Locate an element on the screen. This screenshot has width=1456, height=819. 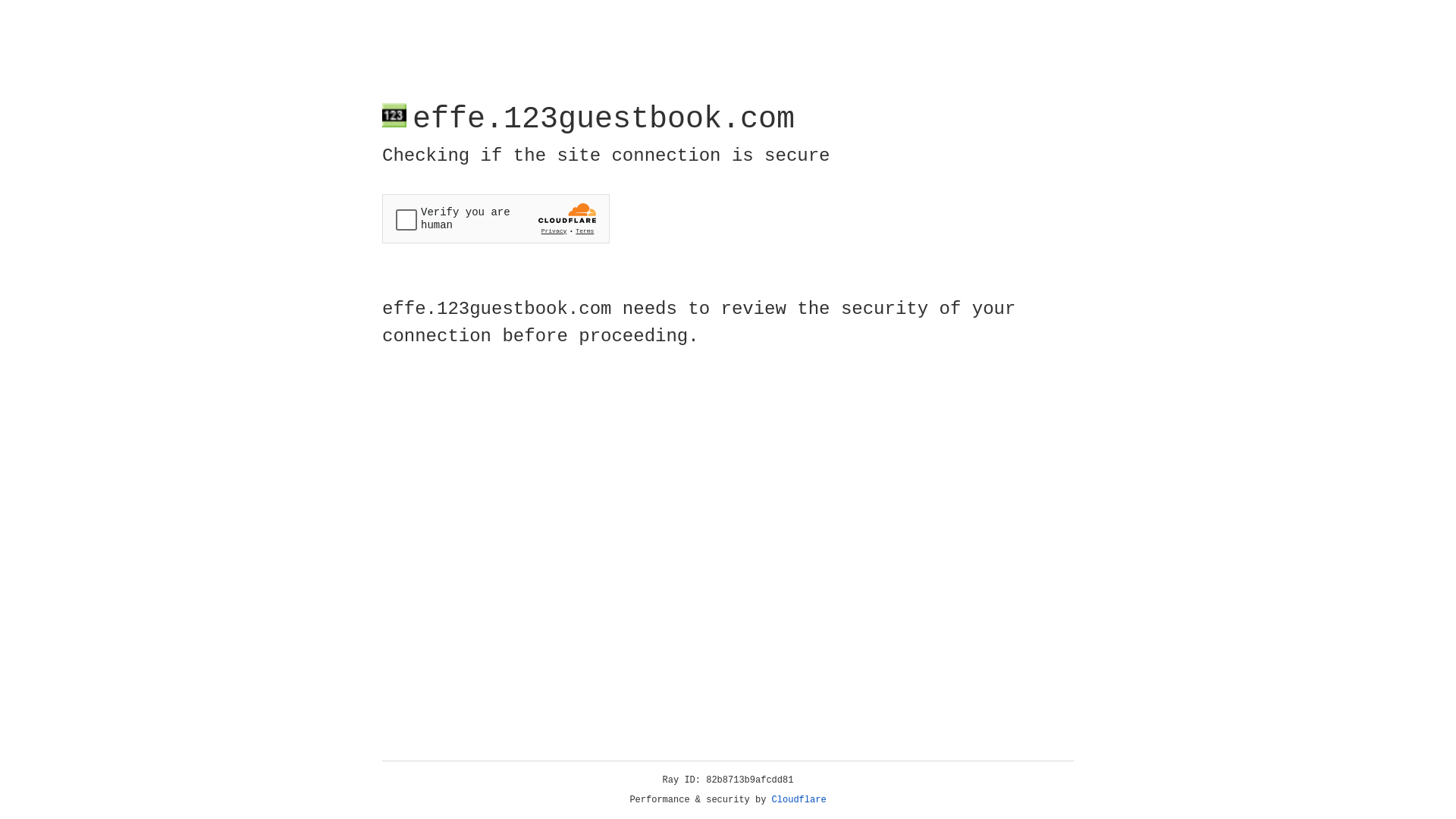
'Widget containing a Cloudflare security challenge' is located at coordinates (495, 218).